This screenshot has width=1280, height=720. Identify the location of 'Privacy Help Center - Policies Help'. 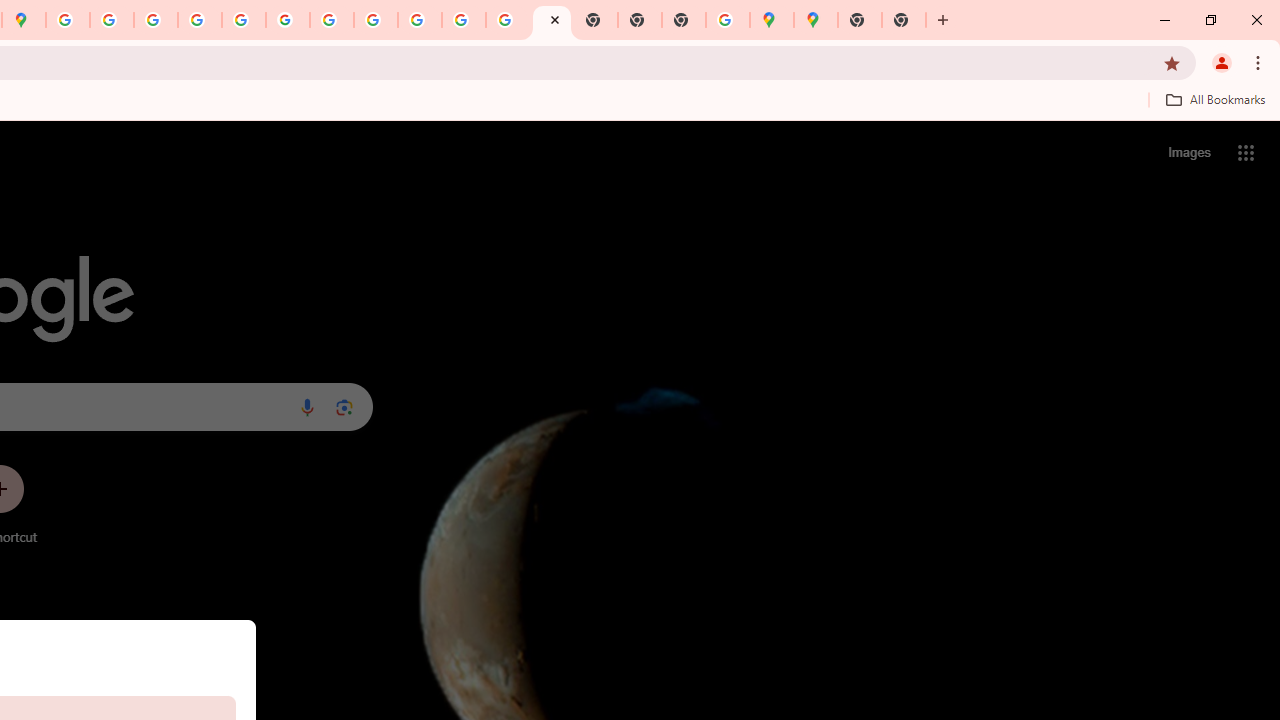
(199, 20).